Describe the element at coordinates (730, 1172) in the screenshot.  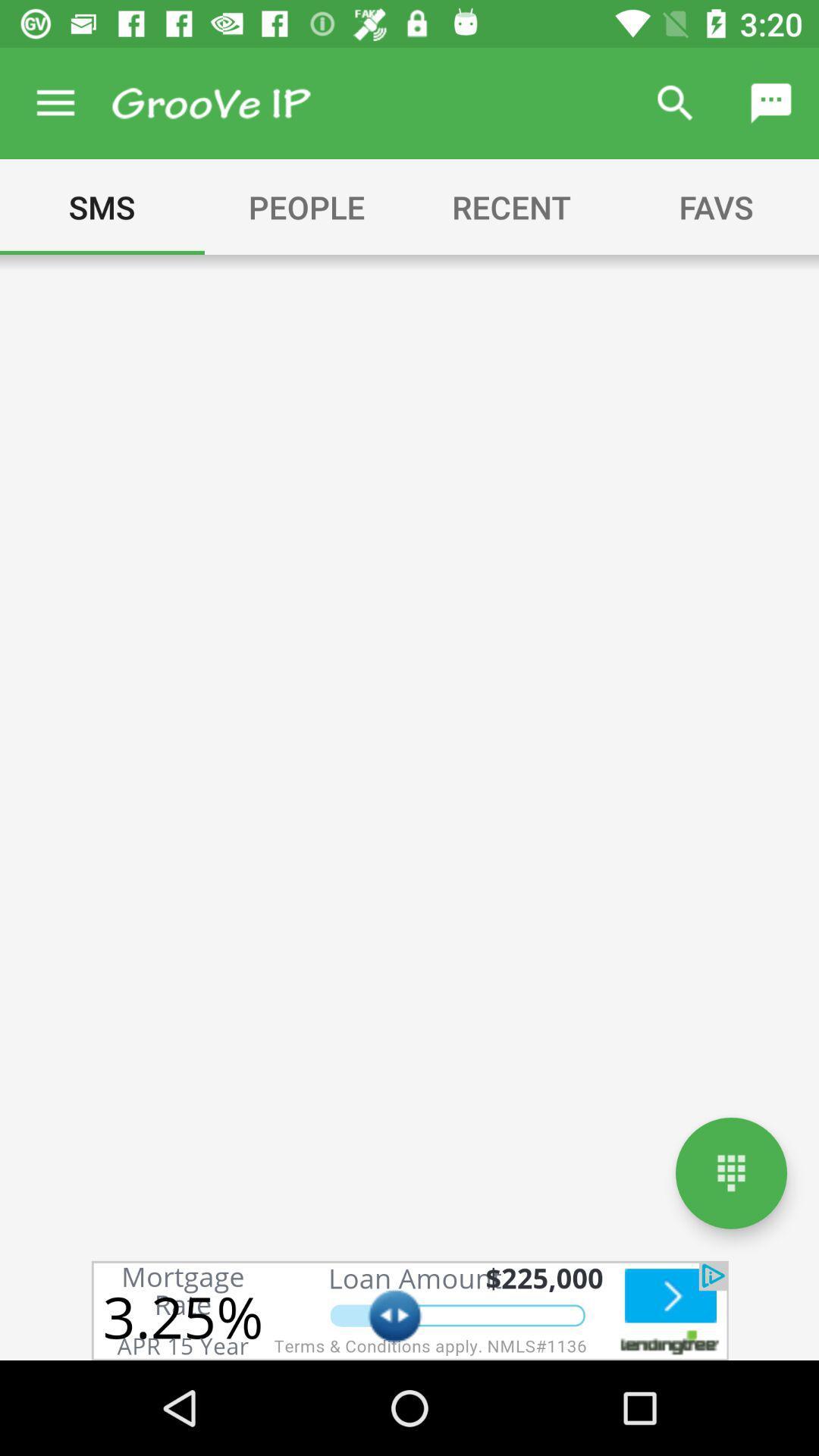
I see `keypad` at that location.